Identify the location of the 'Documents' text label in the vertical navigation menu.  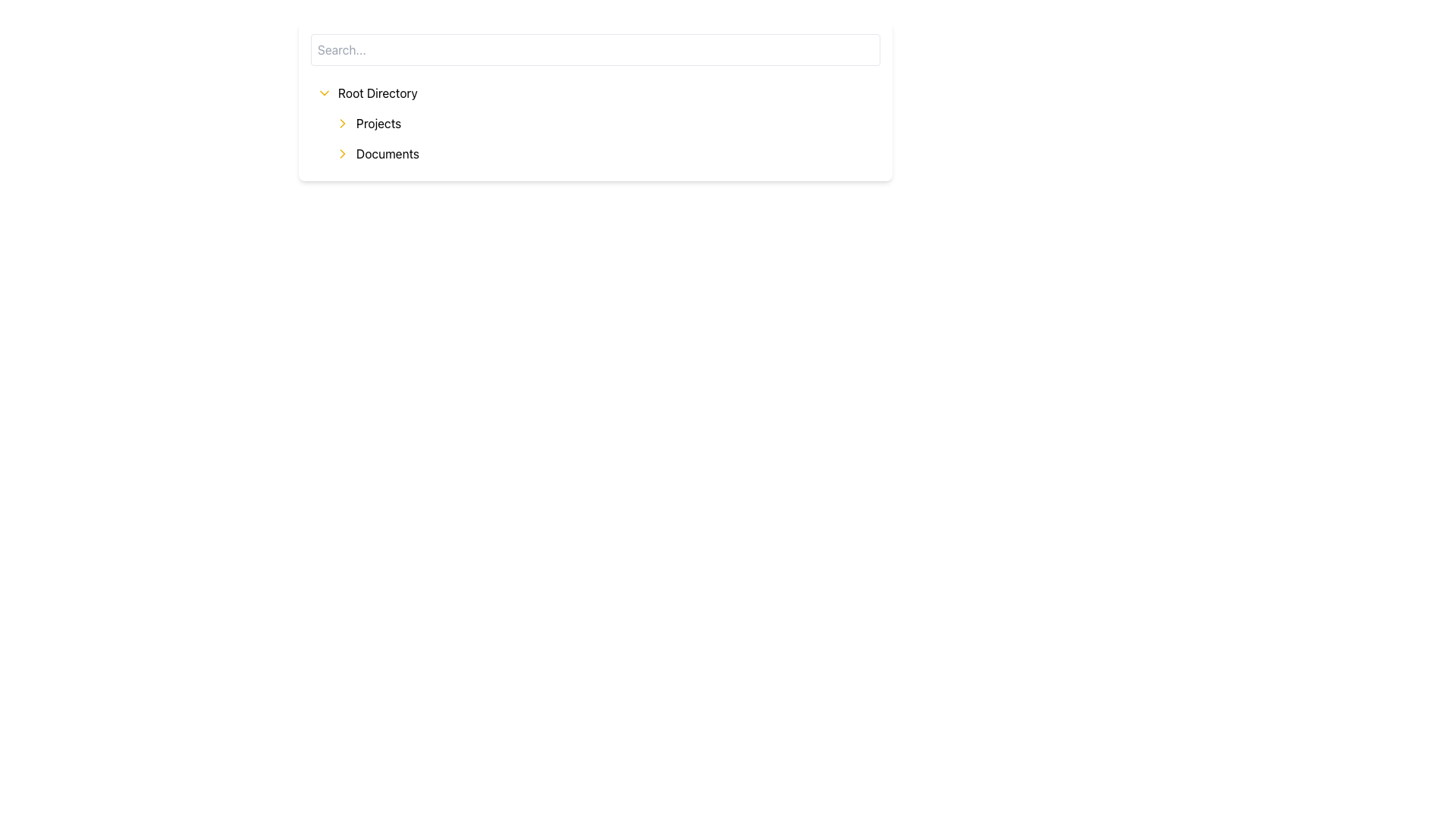
(388, 154).